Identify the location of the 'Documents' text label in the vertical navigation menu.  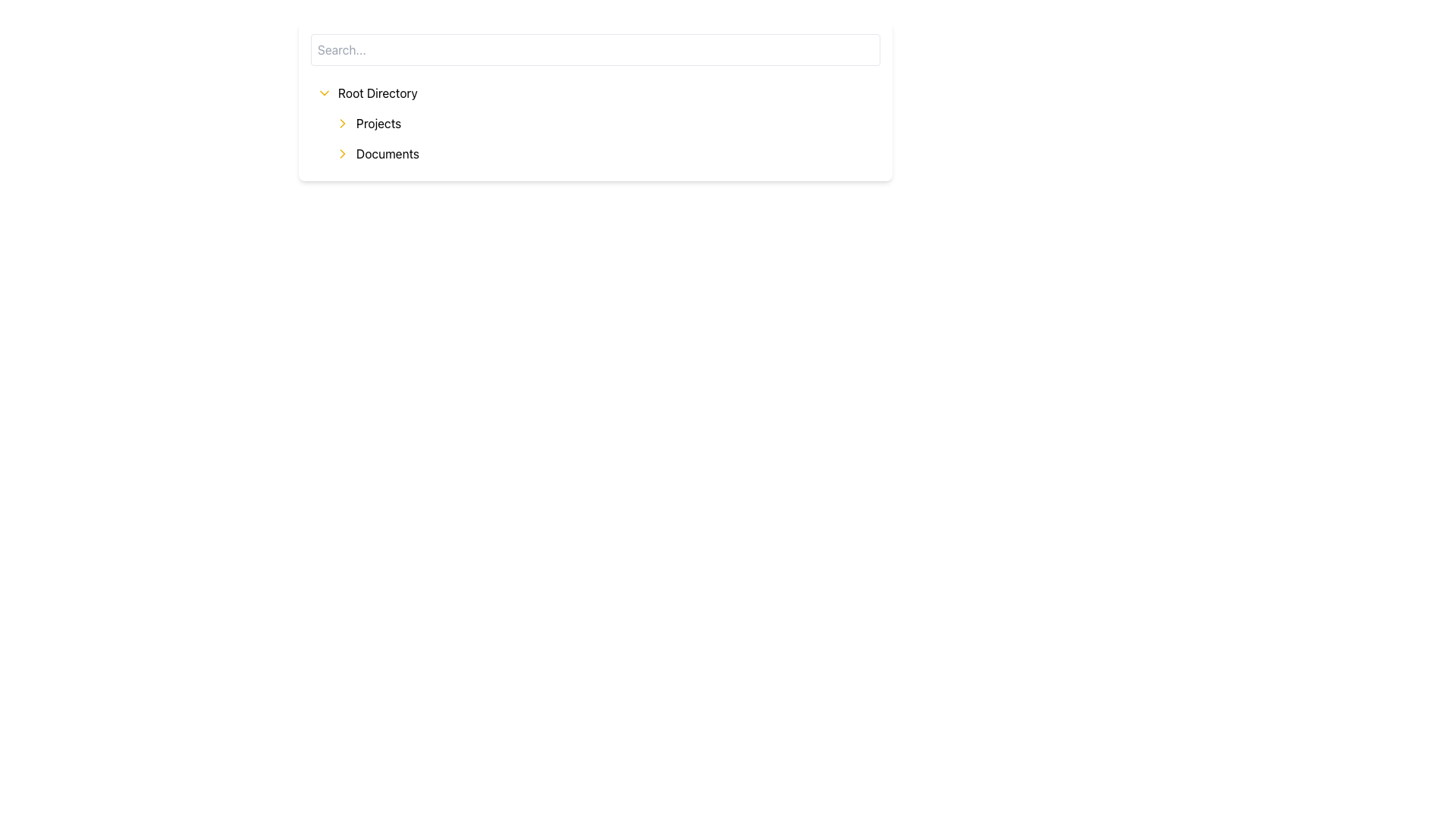
(388, 154).